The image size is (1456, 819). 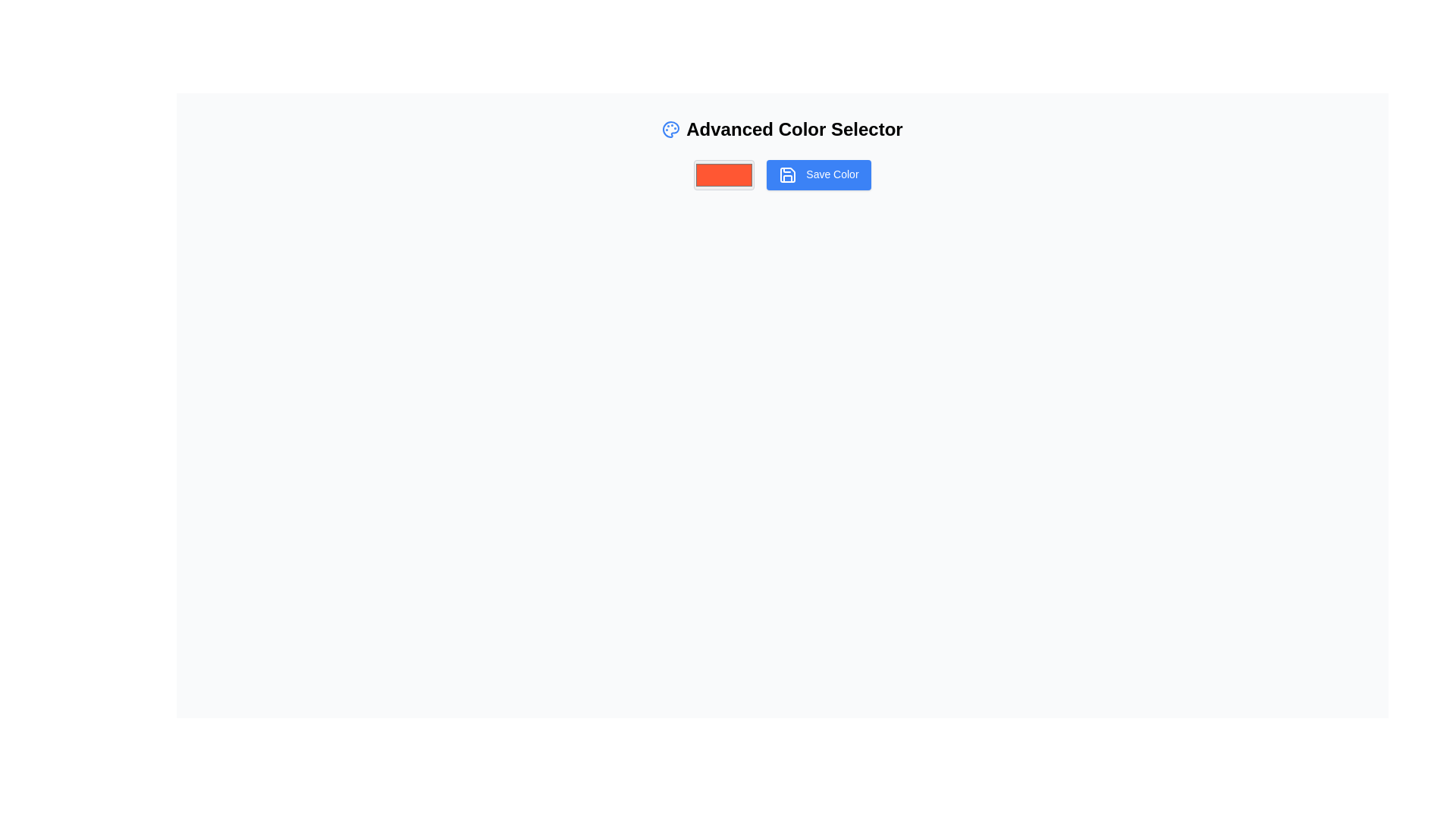 What do you see at coordinates (788, 174) in the screenshot?
I see `the save icon within the 'Save Color' button` at bounding box center [788, 174].